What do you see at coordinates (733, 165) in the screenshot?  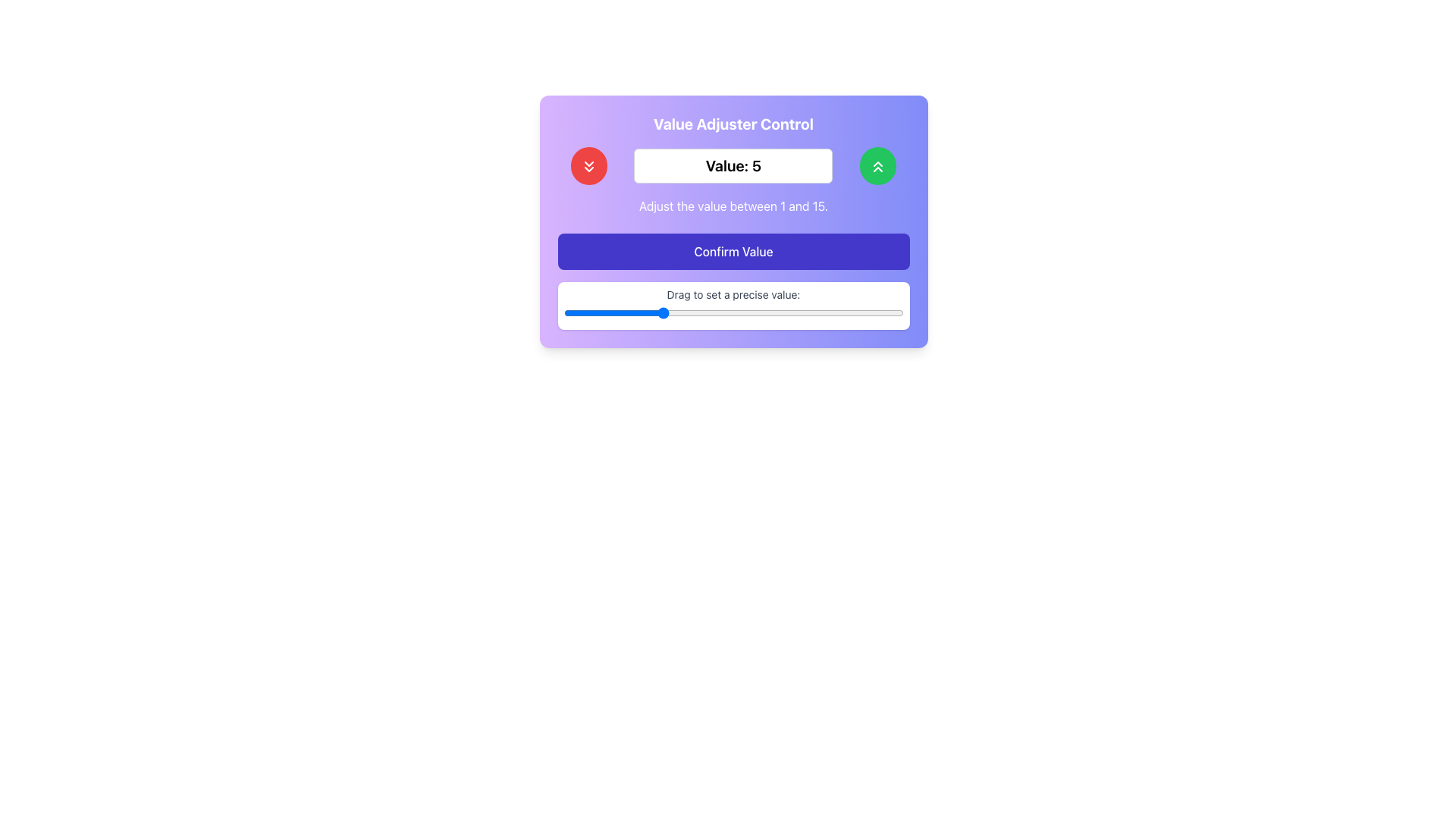 I see `the displayed value in the text input field that shows 'Value: 5'` at bounding box center [733, 165].